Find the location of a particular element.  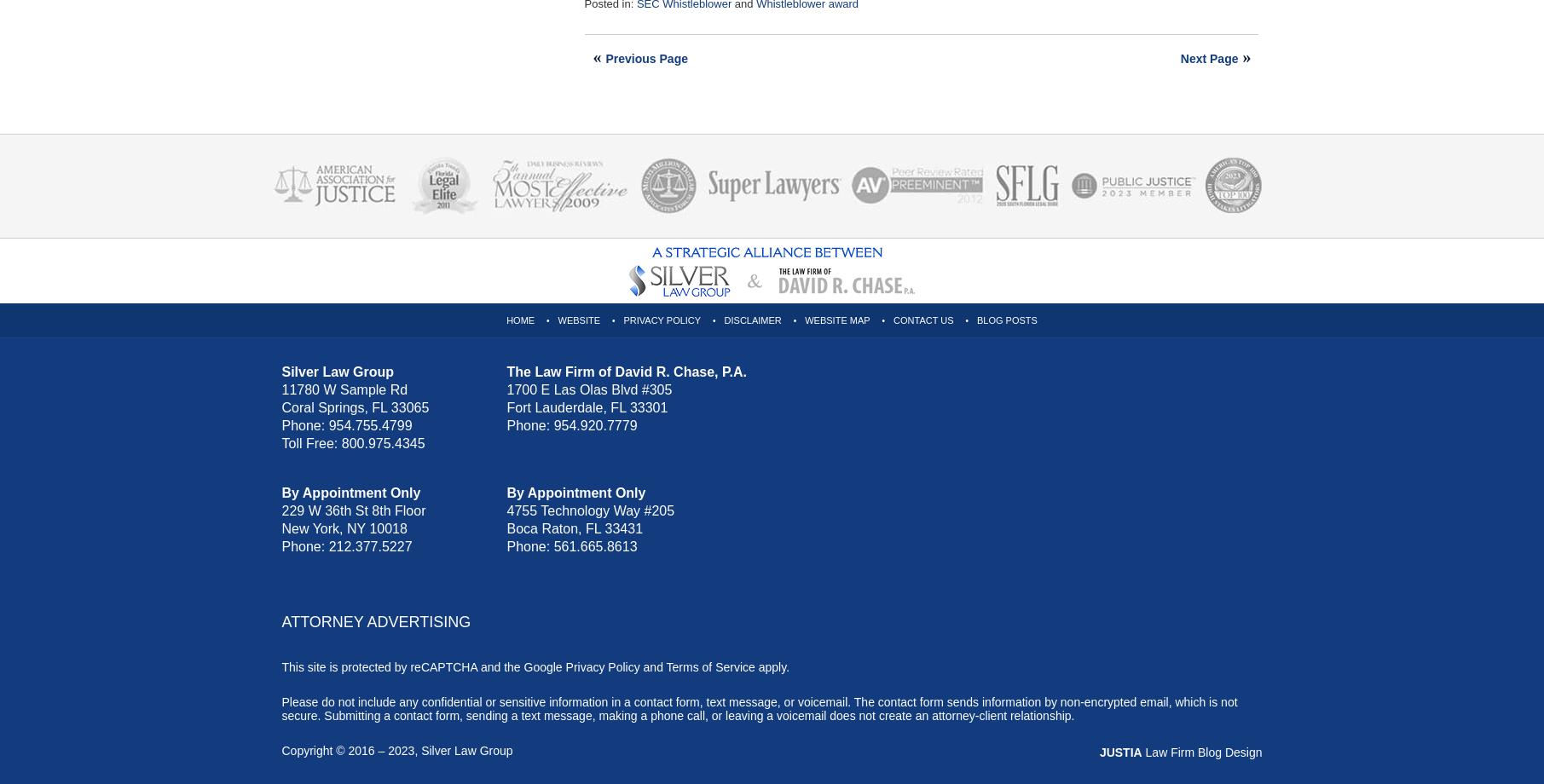

'Blog Posts' is located at coordinates (1005, 320).